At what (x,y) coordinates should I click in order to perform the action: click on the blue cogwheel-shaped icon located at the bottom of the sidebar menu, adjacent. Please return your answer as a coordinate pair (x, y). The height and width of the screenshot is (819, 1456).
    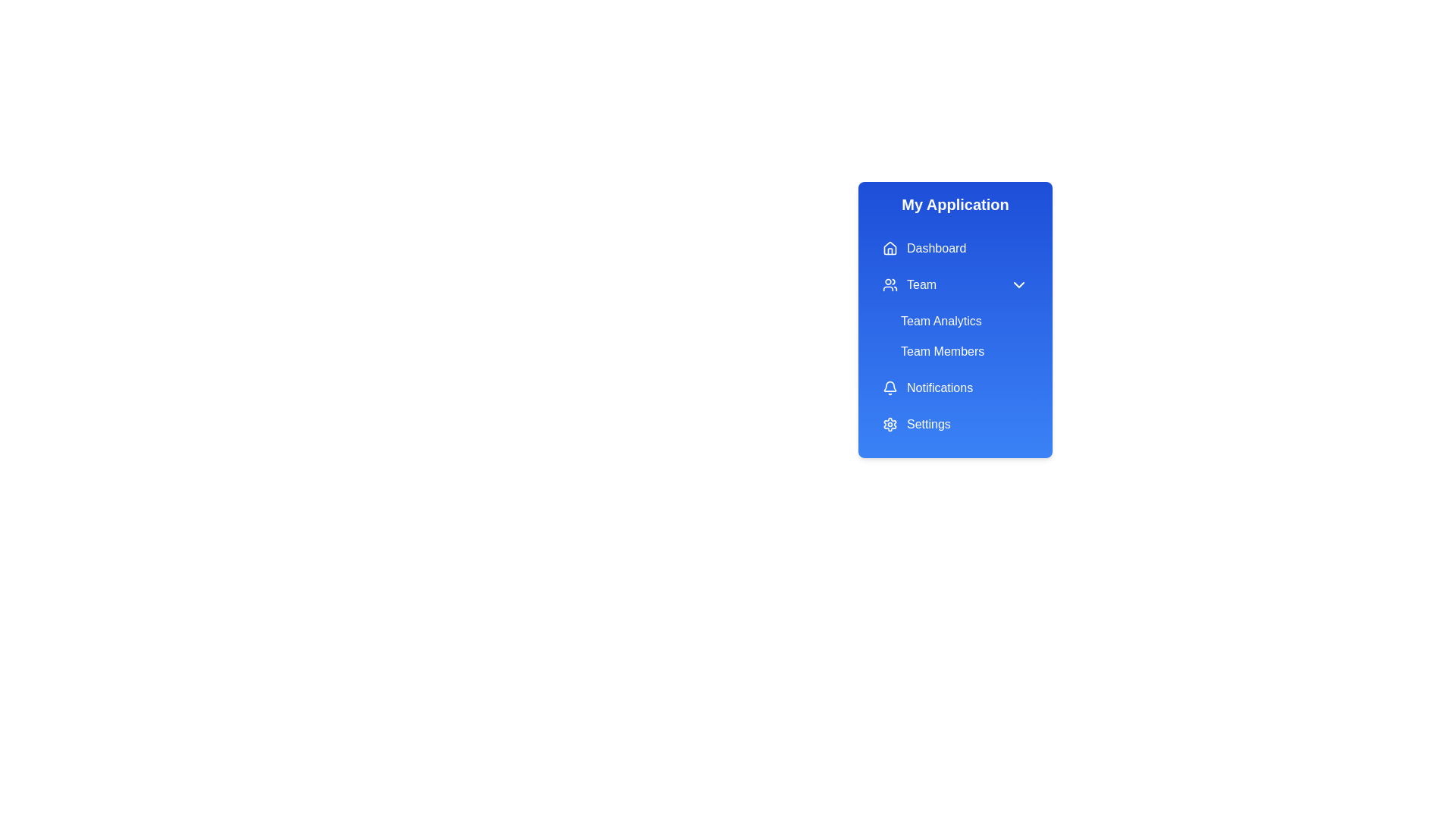
    Looking at the image, I should click on (890, 424).